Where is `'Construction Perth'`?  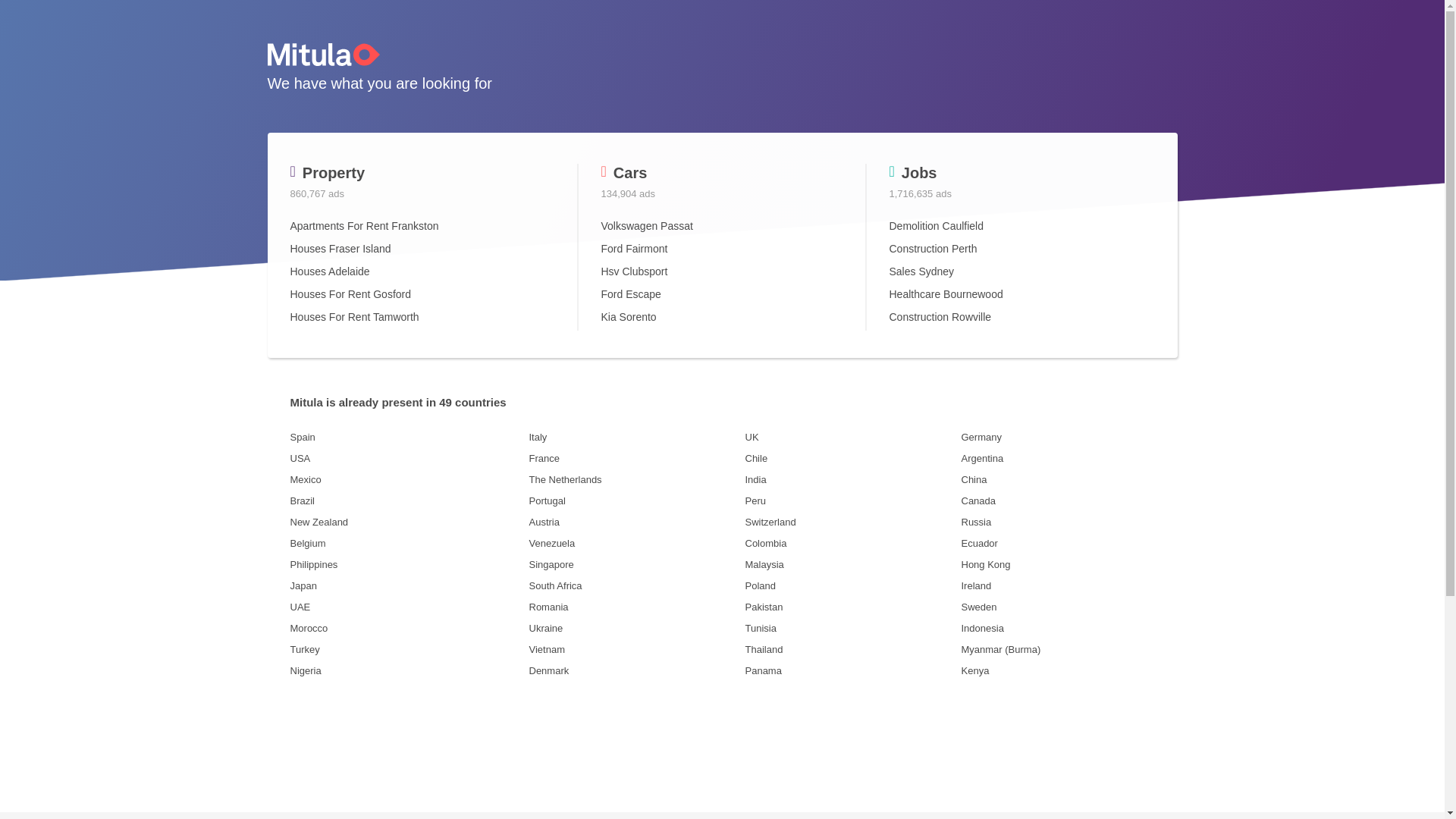
'Construction Perth' is located at coordinates (931, 247).